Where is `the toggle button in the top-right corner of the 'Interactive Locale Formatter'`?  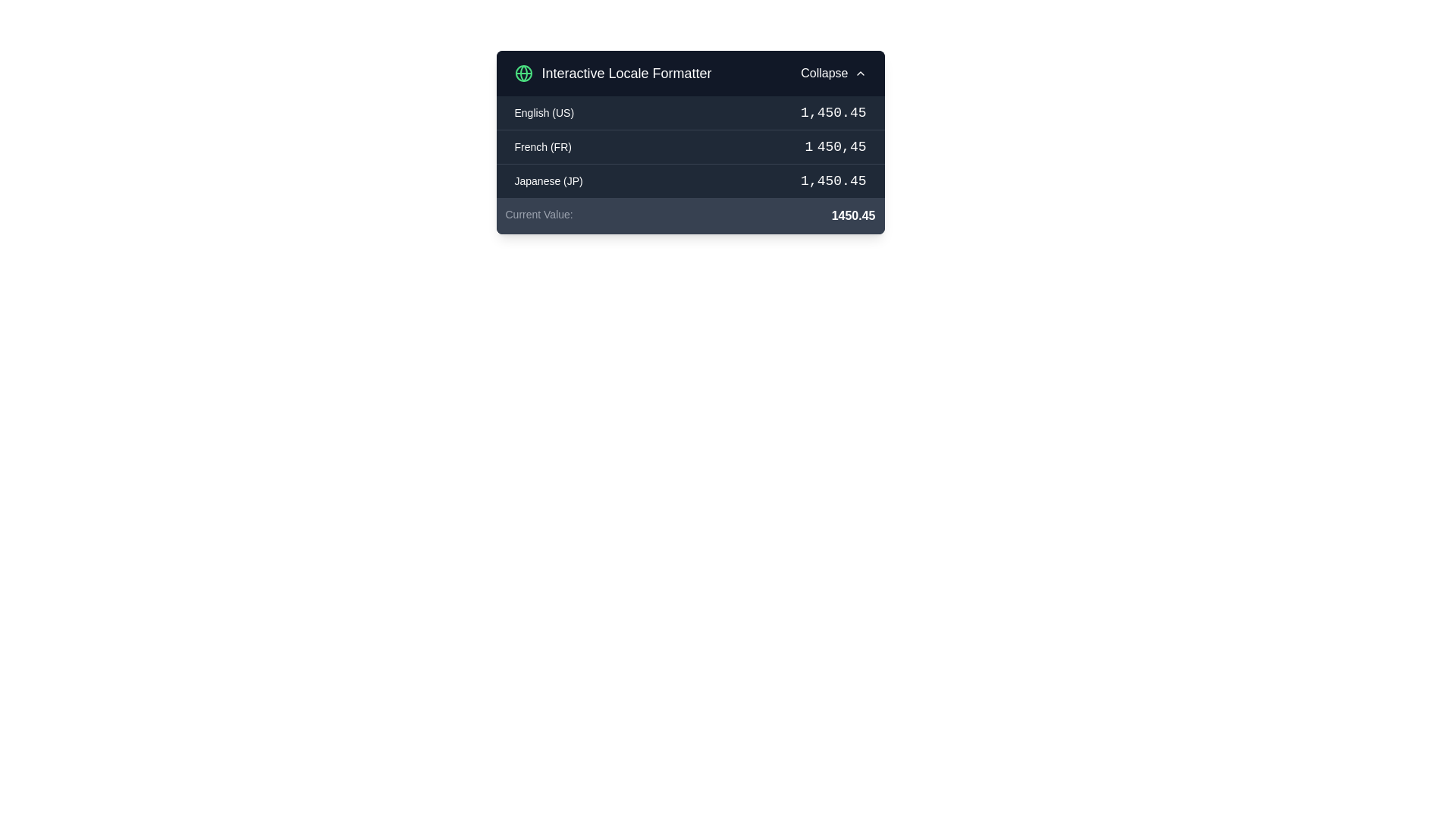
the toggle button in the top-right corner of the 'Interactive Locale Formatter' is located at coordinates (833, 73).